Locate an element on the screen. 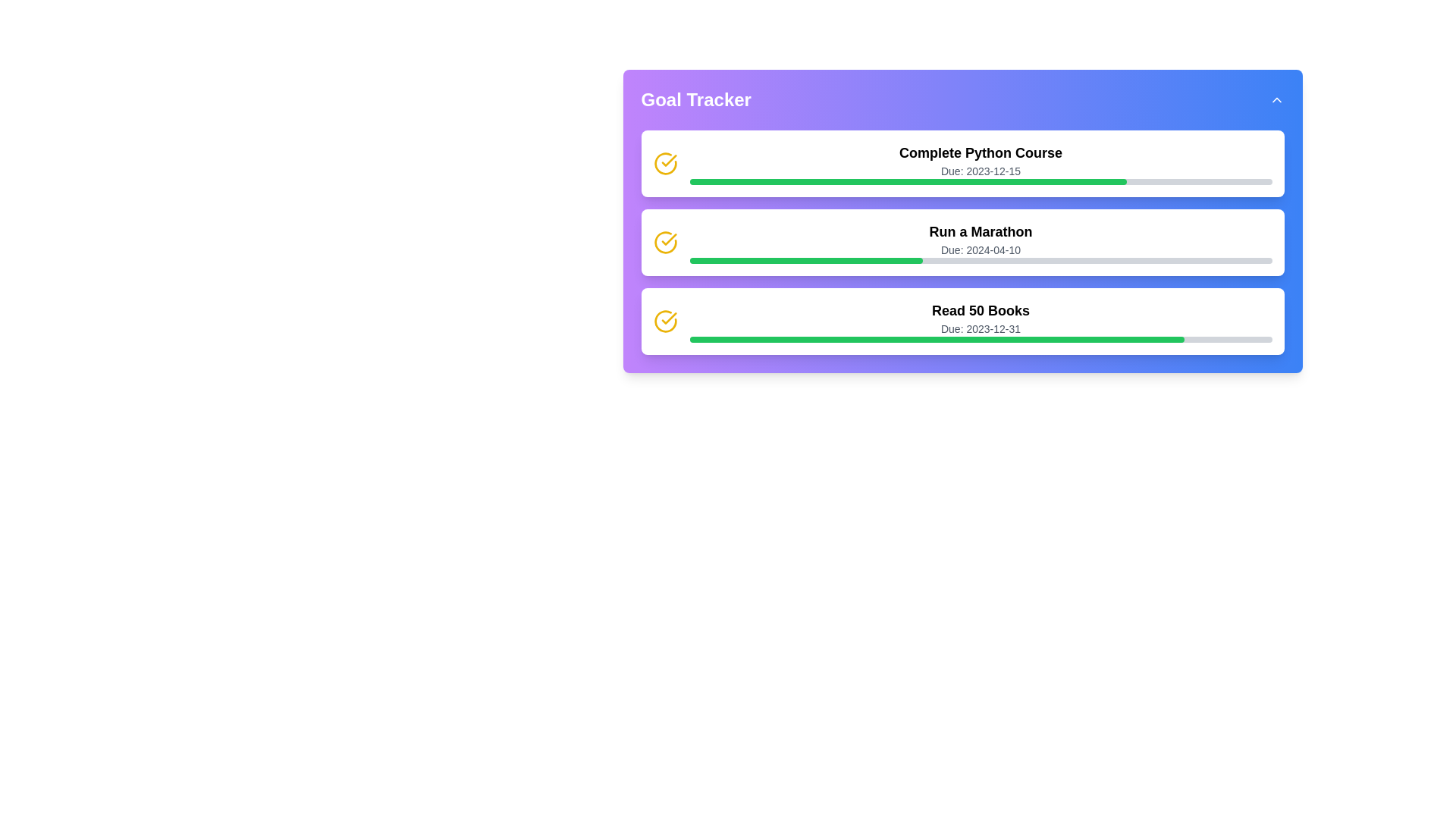 The height and width of the screenshot is (819, 1456). the circular icon with a tick mark indicating the completion status of the 'Complete Python Course' goal is located at coordinates (665, 321).